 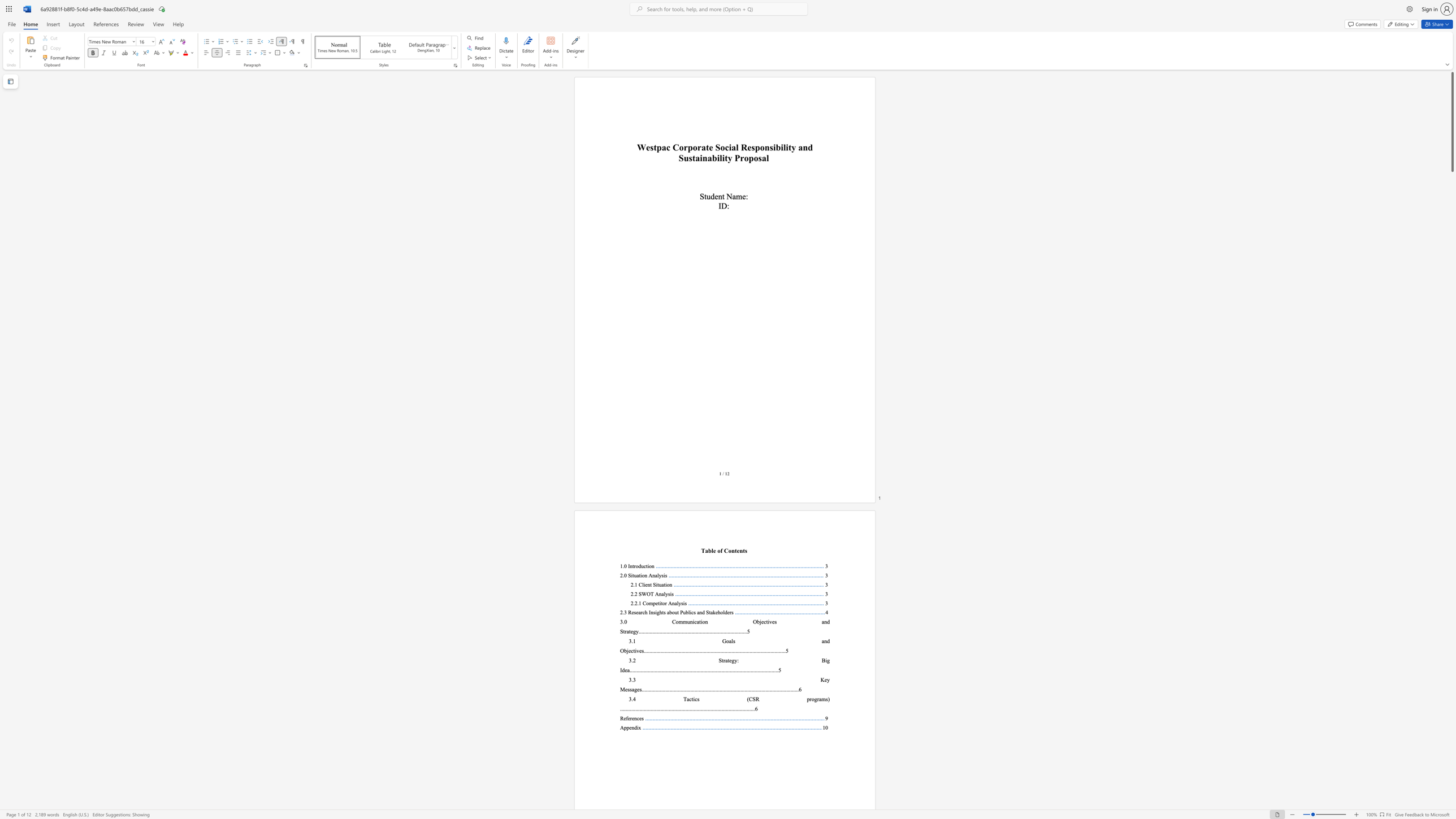 What do you see at coordinates (720, 196) in the screenshot?
I see `the 1th character "n" in the text` at bounding box center [720, 196].